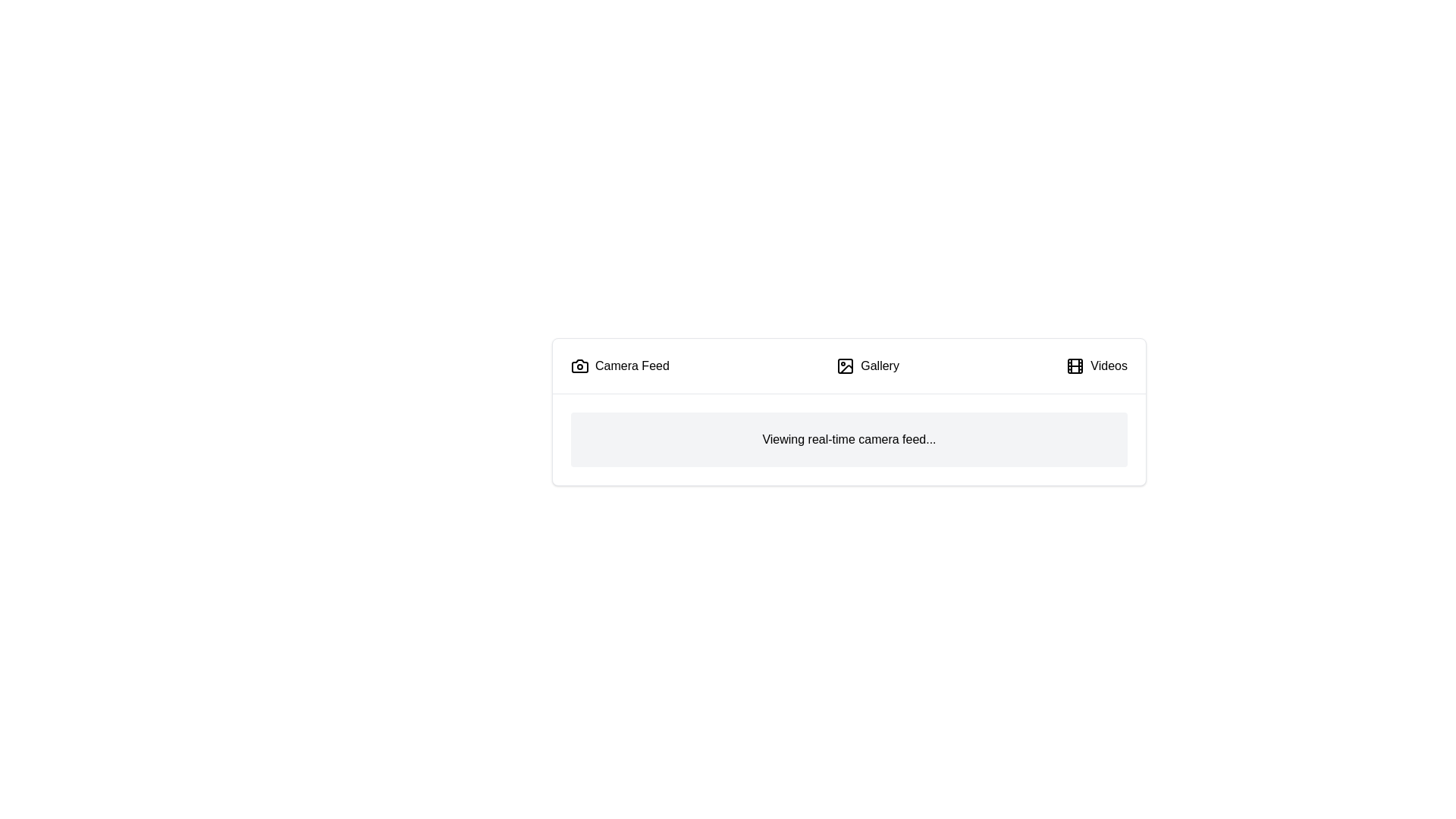 The height and width of the screenshot is (819, 1456). Describe the element at coordinates (1097, 366) in the screenshot. I see `the tab labeled Videos to observe its hover effect` at that location.